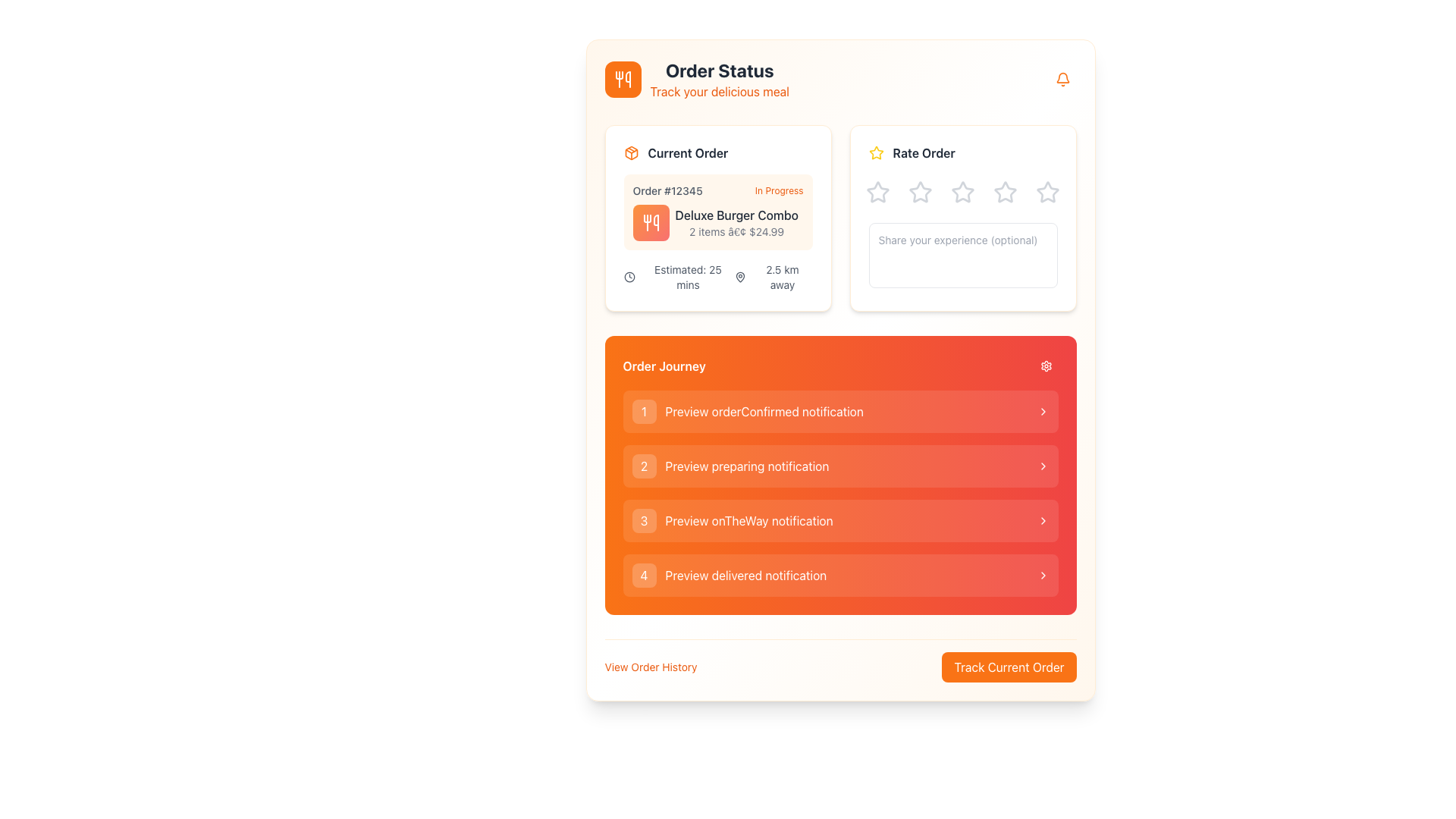 This screenshot has height=819, width=1456. What do you see at coordinates (623, 79) in the screenshot?
I see `the Icon button located to the left of the 'Order Status' text block, which visually represents food or orders` at bounding box center [623, 79].